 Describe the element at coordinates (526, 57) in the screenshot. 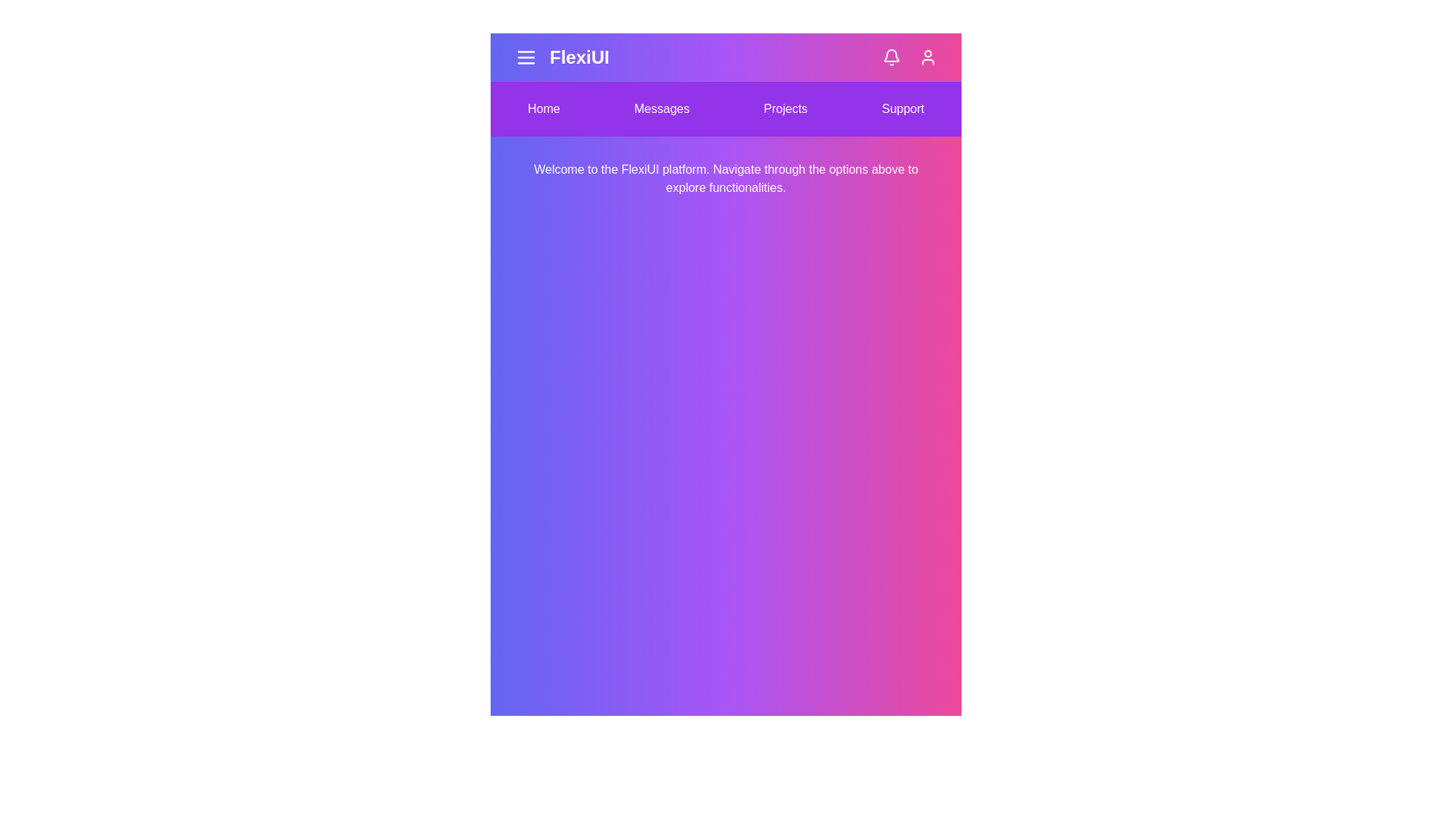

I see `the menu icon to toggle the navigation menu` at that location.